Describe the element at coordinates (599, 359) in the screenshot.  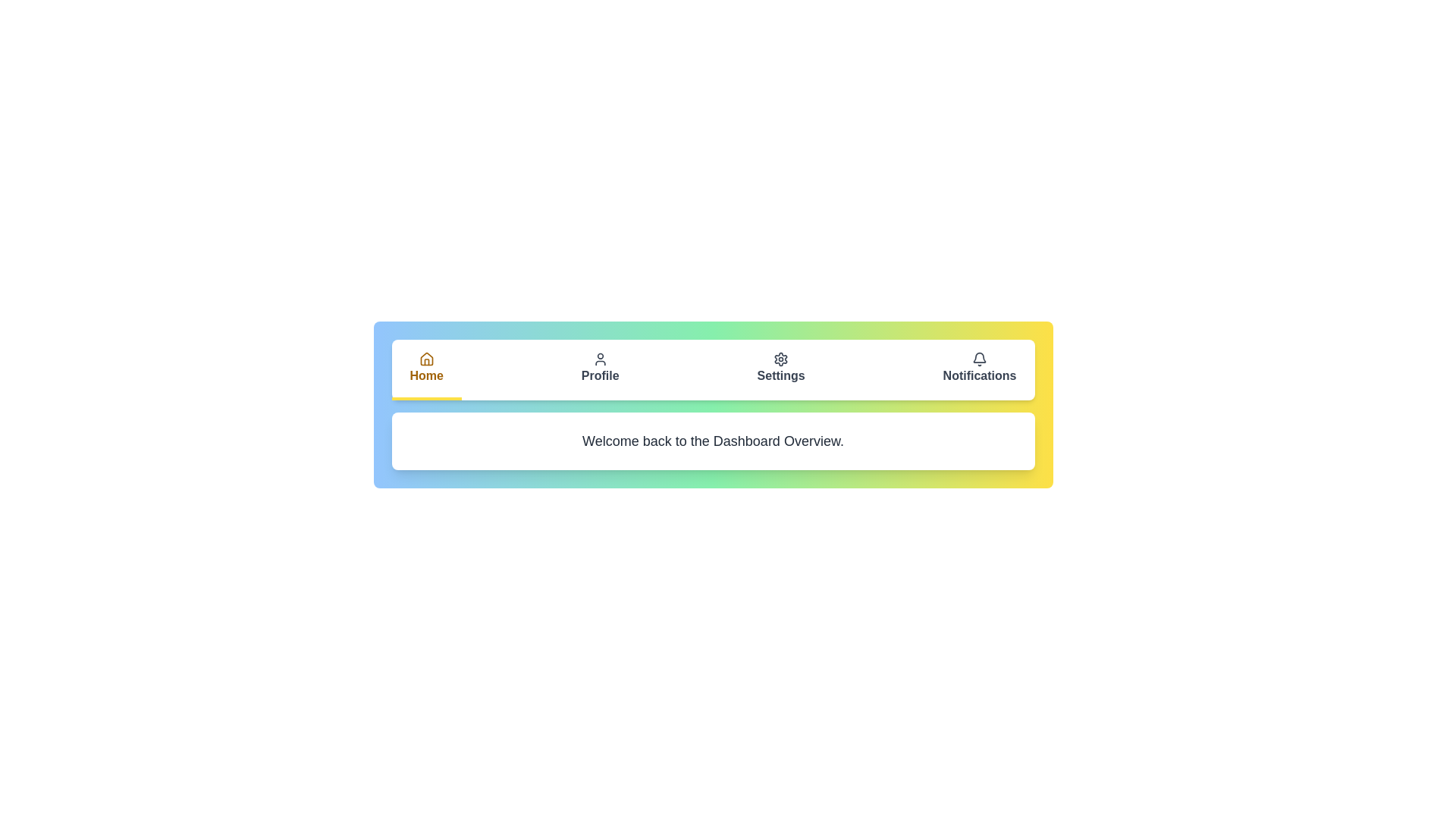
I see `the user icon represented by a minimalist outlined person silhouette in the 'Profile' menu option, located in the second position from the left in the horizontal navigation bar, for accessibility purposes` at that location.